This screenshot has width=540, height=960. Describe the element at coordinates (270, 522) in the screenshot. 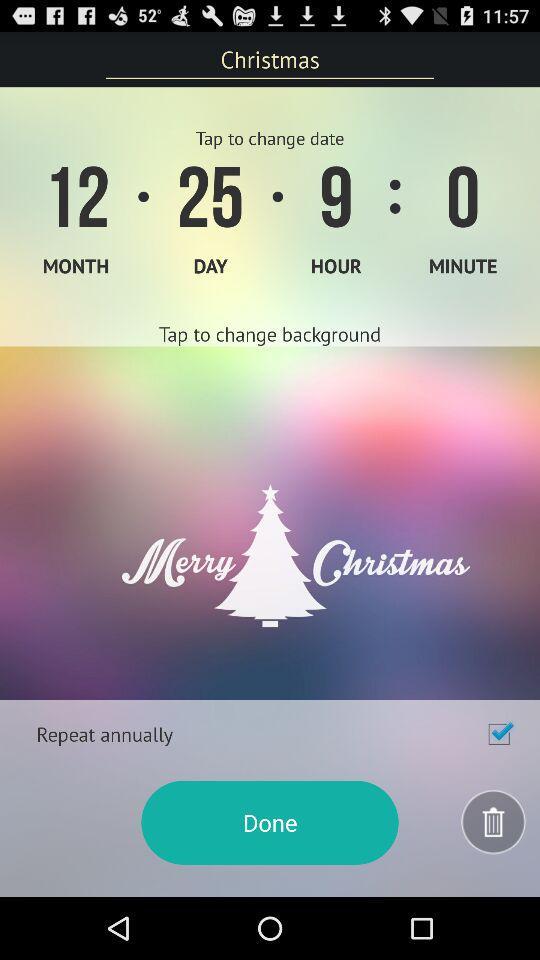

I see `icon below the tap to change` at that location.